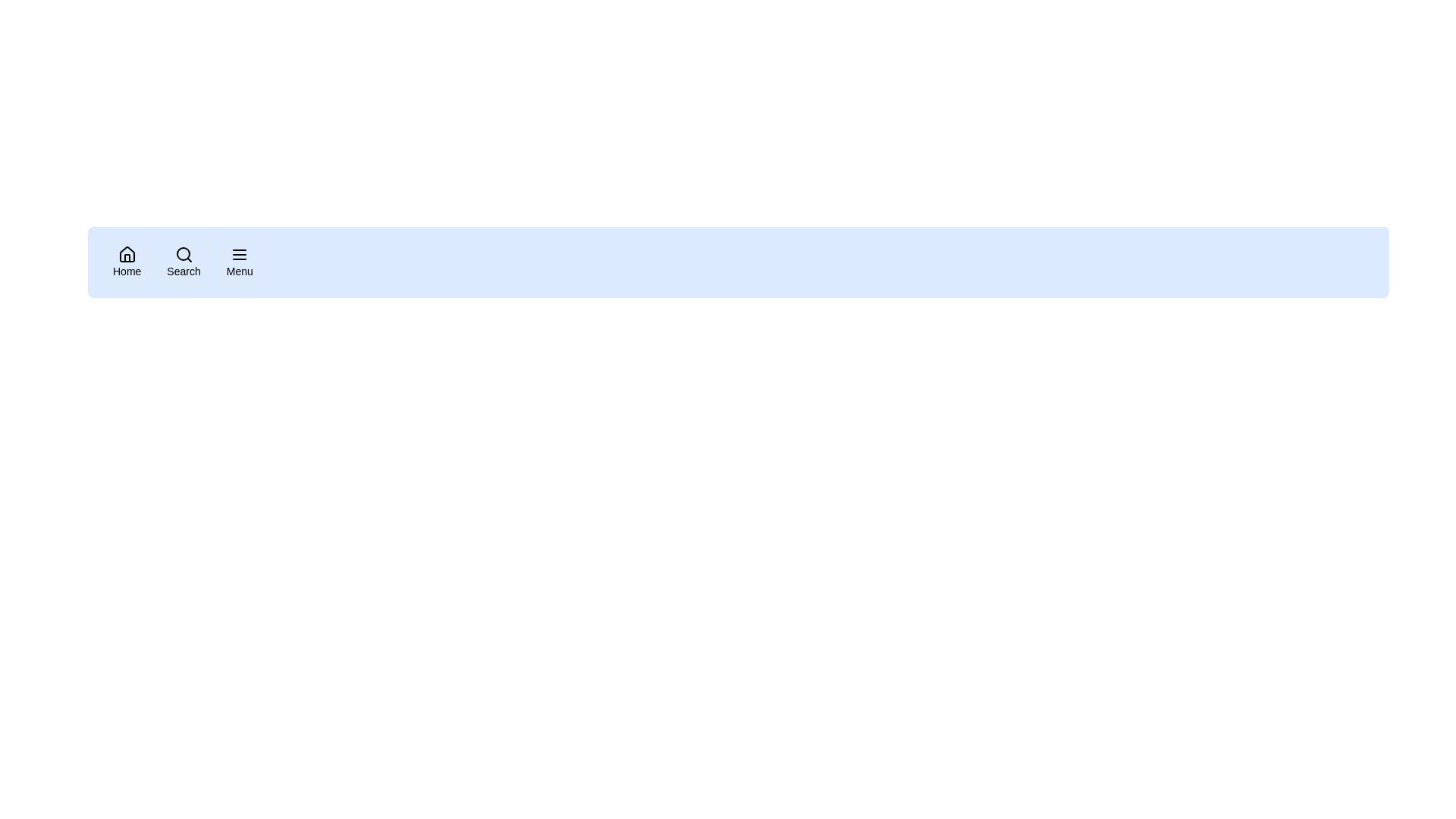 The image size is (1456, 819). Describe the element at coordinates (239, 253) in the screenshot. I see `the menu toggle button, which is the third icon from the left in the navigation bar` at that location.